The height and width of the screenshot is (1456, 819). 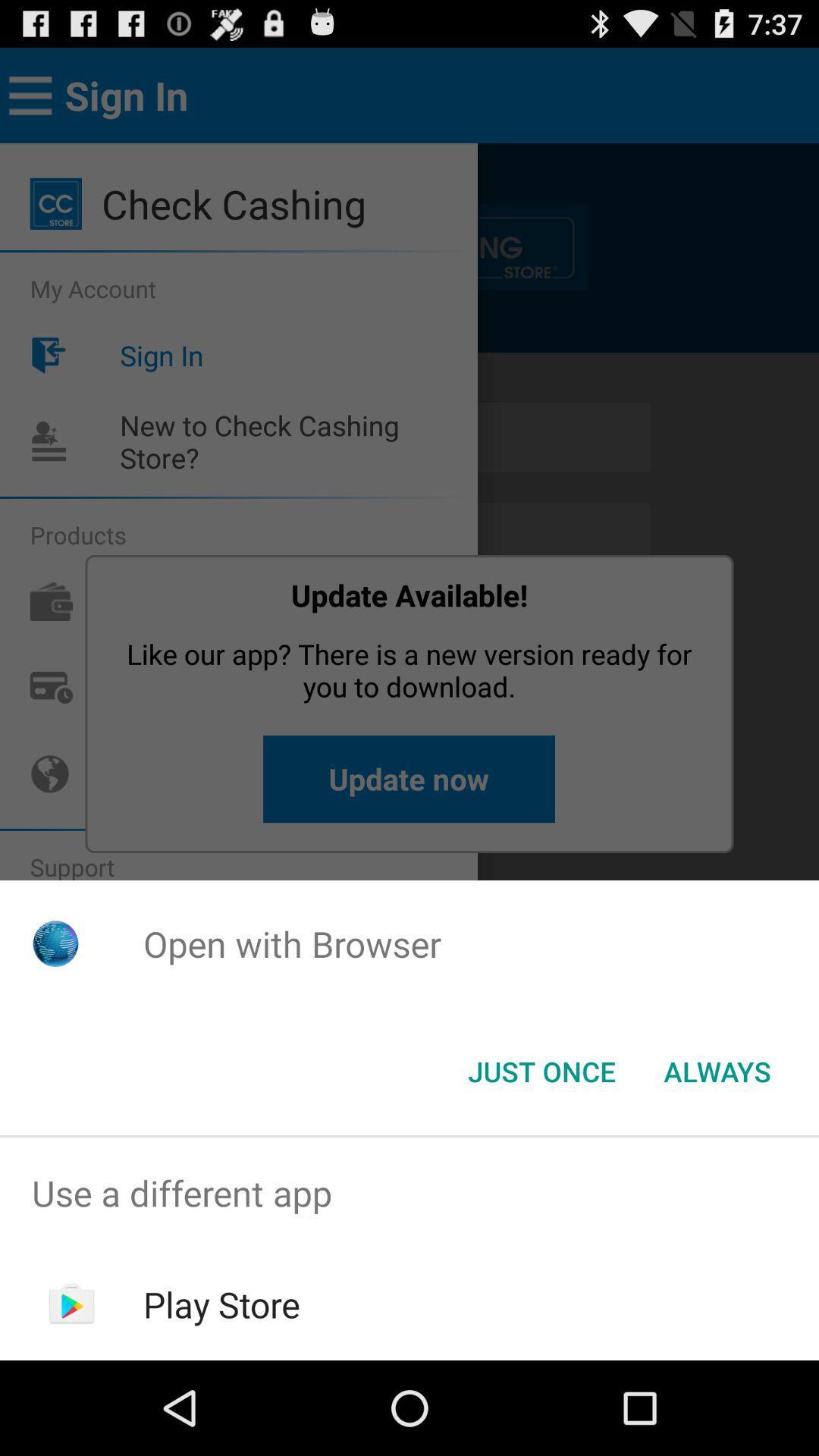 I want to click on use a different icon, so click(x=409, y=1192).